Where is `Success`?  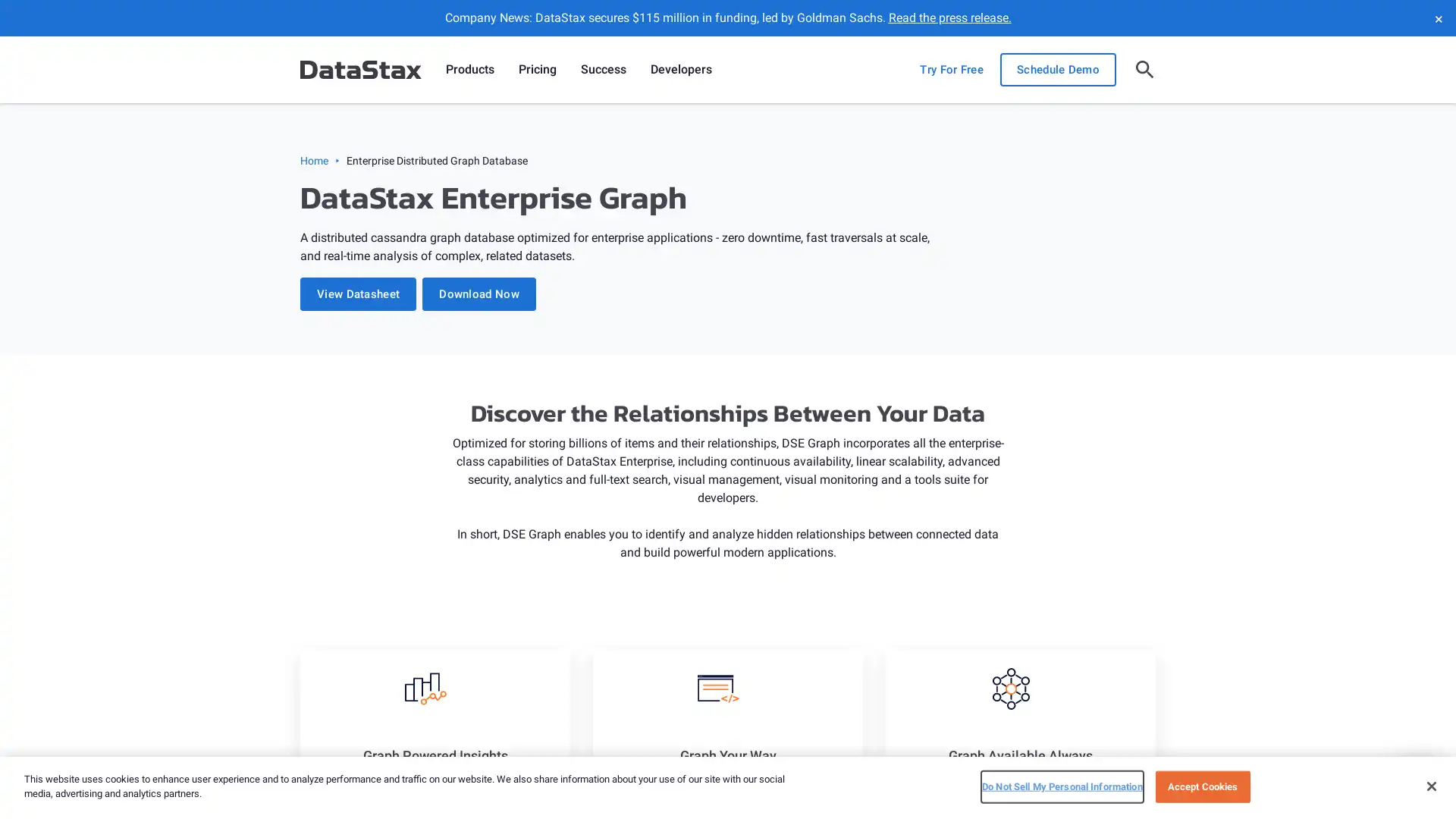
Success is located at coordinates (603, 70).